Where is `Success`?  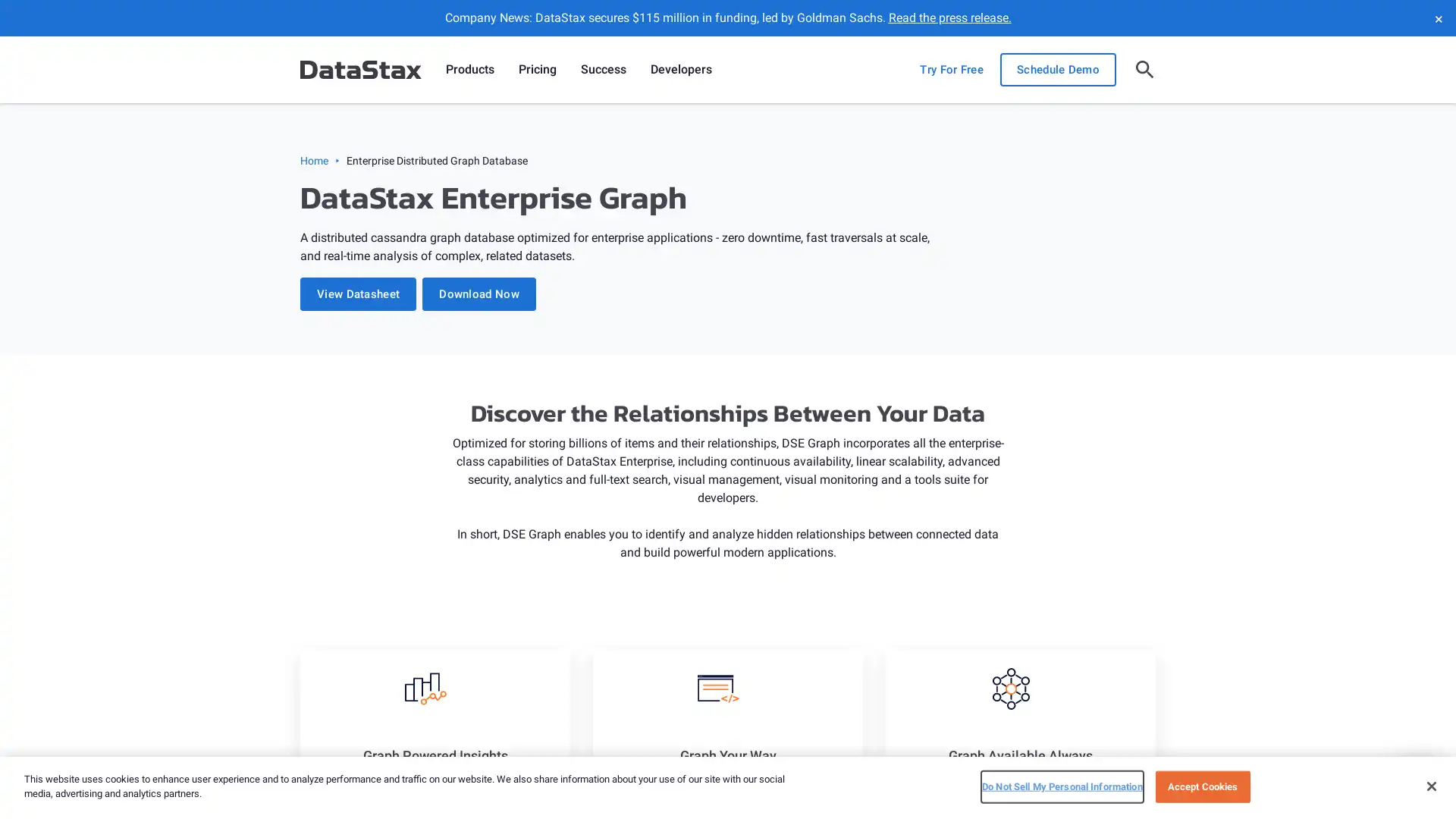
Success is located at coordinates (603, 70).